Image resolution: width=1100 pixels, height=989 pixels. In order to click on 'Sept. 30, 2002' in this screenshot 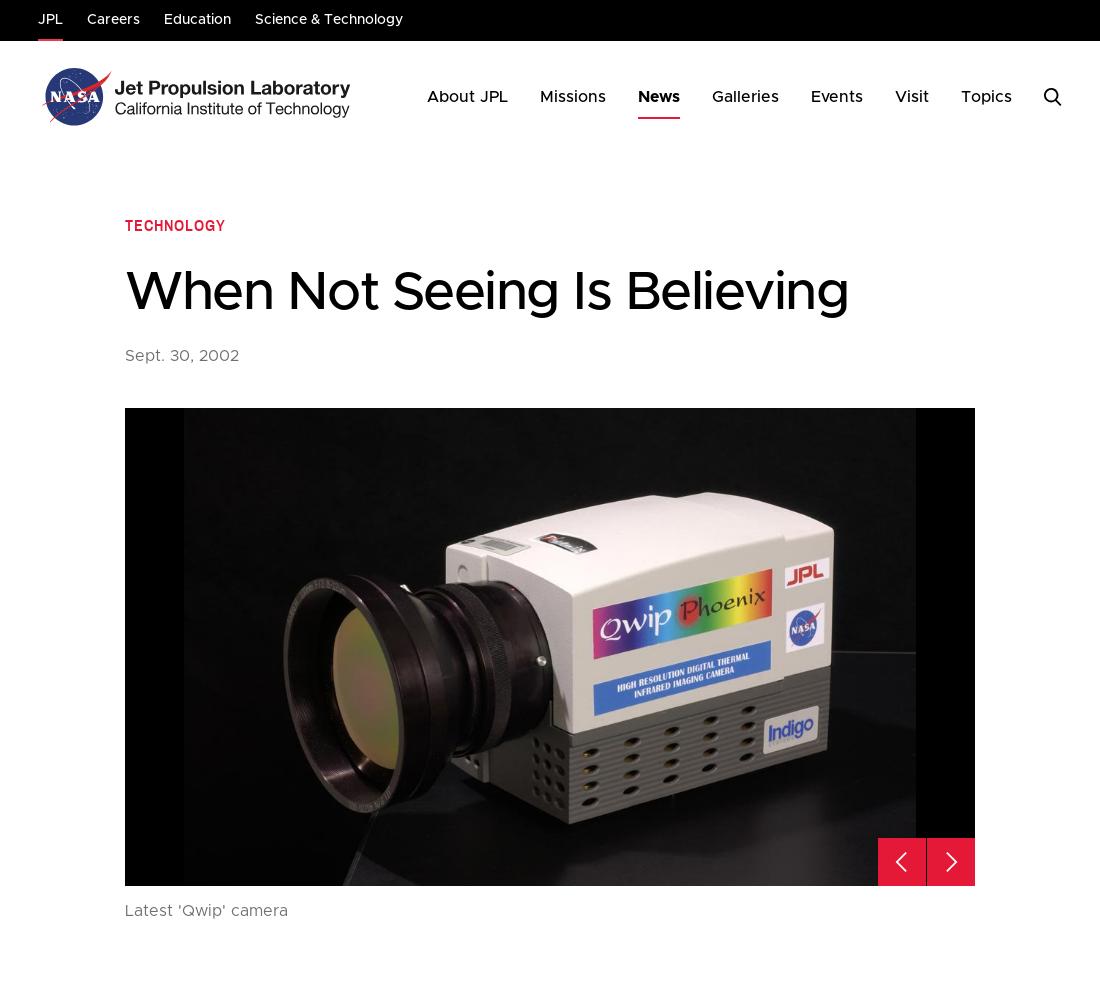, I will do `click(181, 355)`.